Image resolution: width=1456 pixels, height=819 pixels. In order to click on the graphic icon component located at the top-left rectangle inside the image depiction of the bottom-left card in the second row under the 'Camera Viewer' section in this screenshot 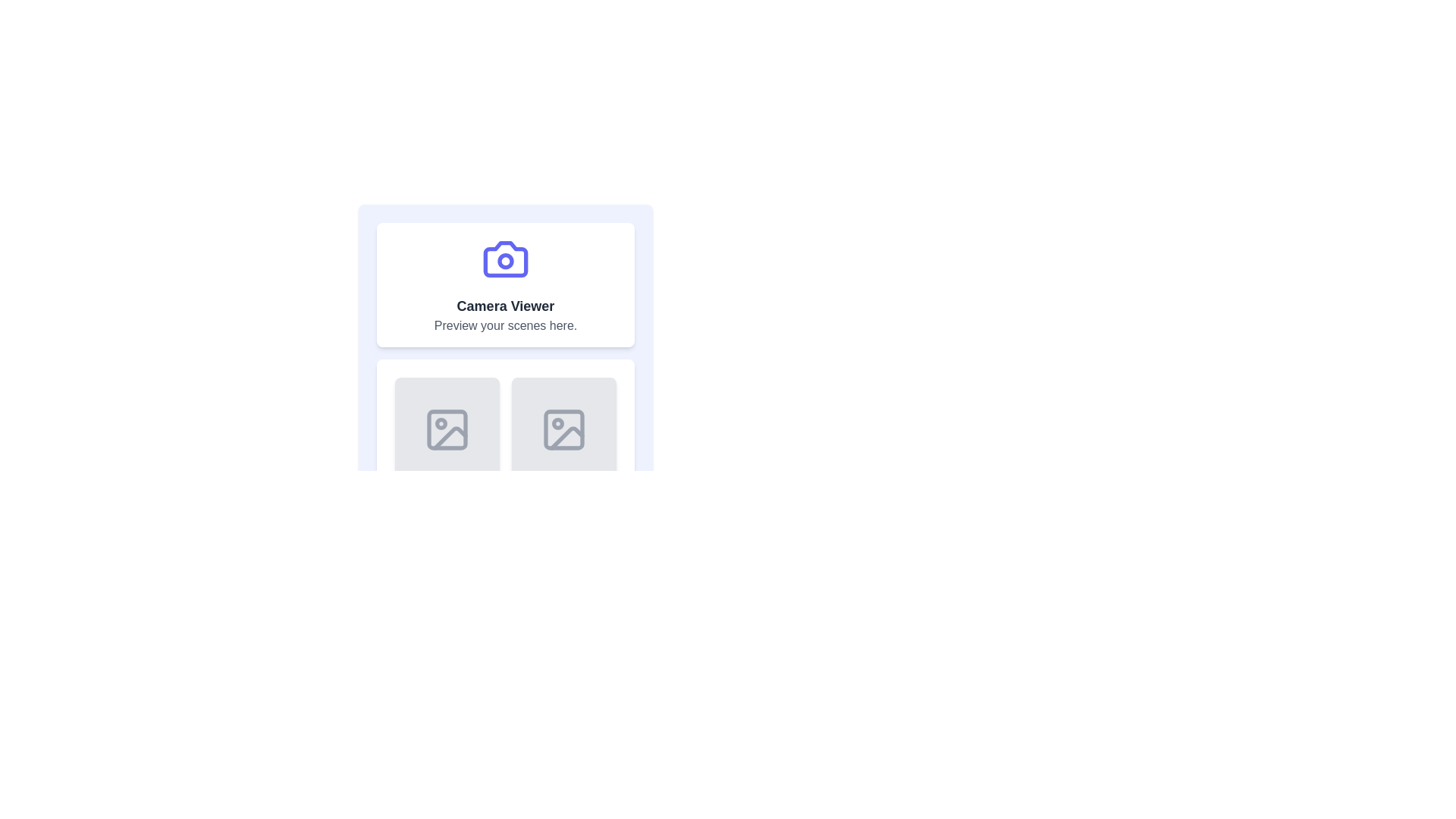, I will do `click(447, 430)`.